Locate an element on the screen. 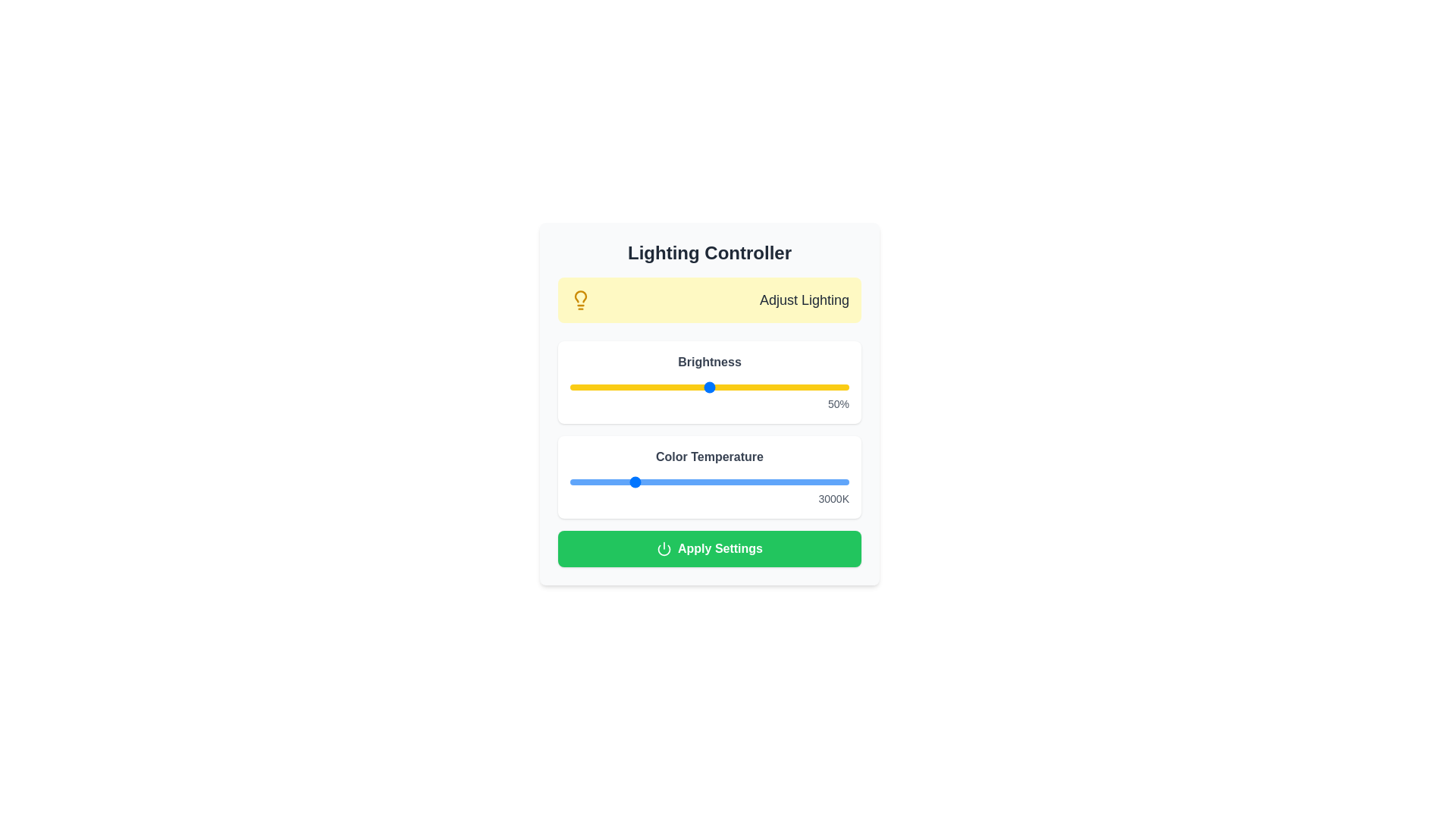 The width and height of the screenshot is (1456, 819). the brightness slider to set the brightness level to 36 is located at coordinates (670, 386).